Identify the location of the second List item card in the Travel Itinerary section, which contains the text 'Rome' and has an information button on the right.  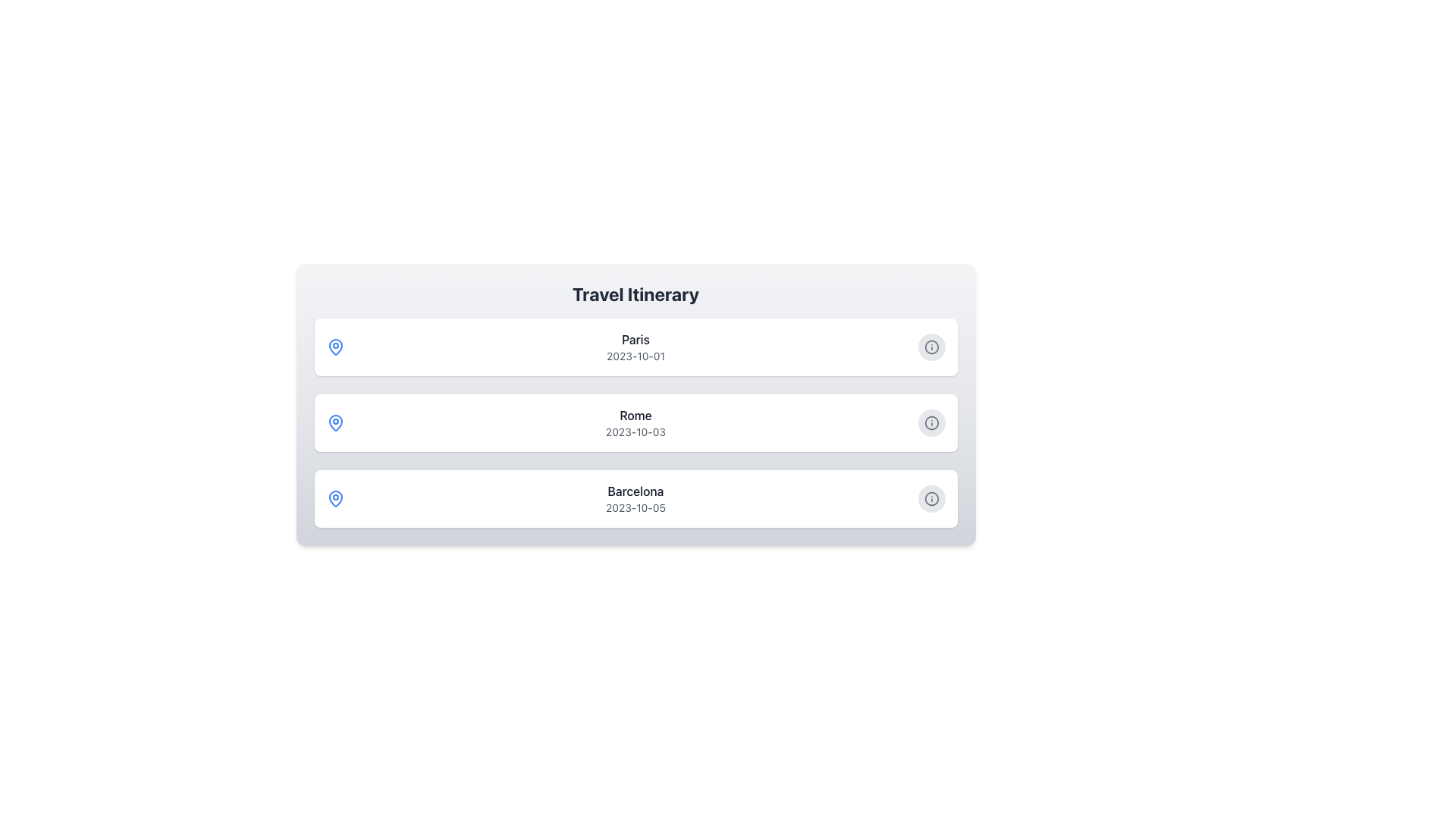
(635, 403).